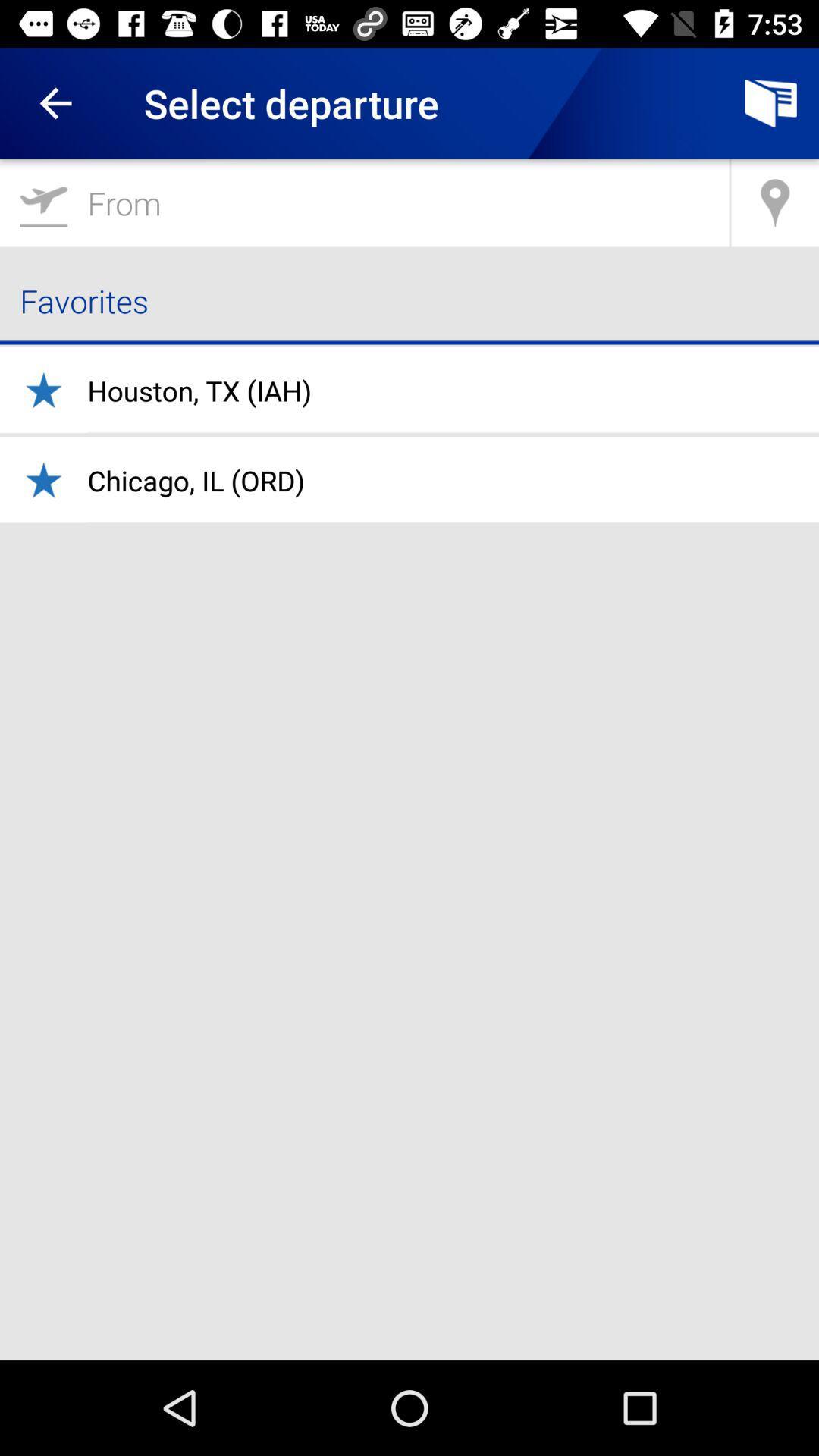  Describe the element at coordinates (364, 202) in the screenshot. I see `departure airport` at that location.